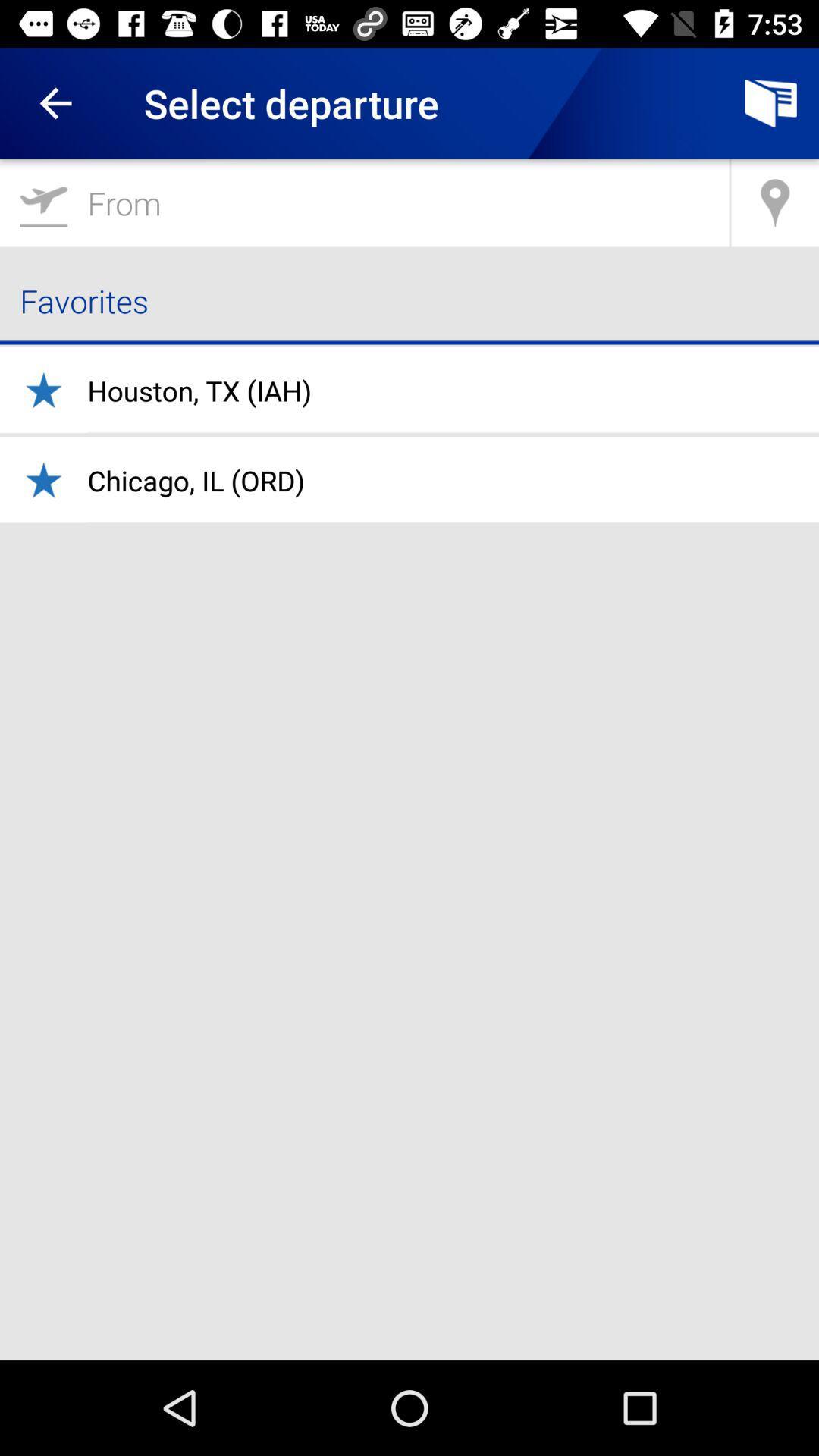  Describe the element at coordinates (364, 202) in the screenshot. I see `departure airport` at that location.